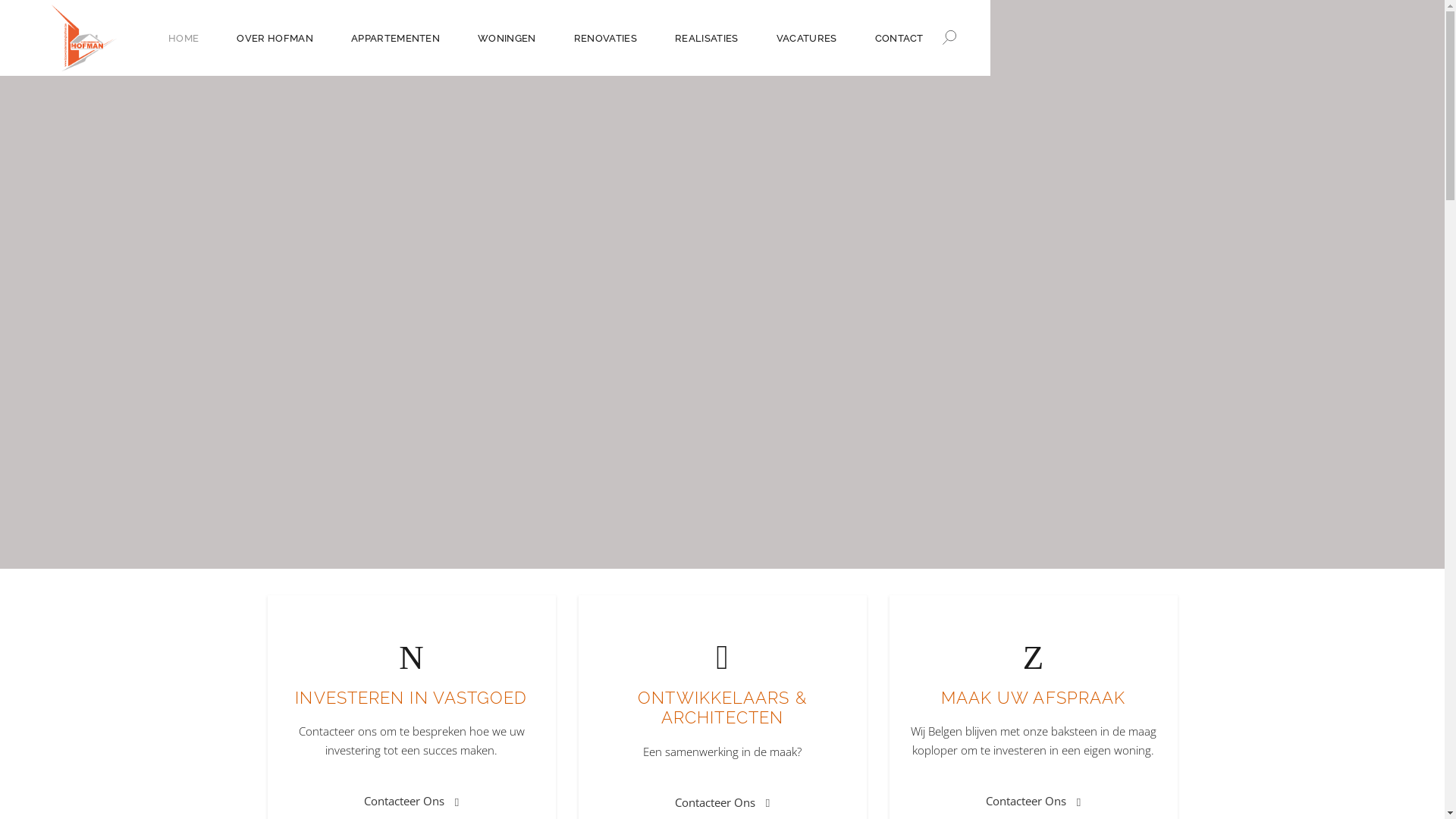 The image size is (1456, 819). I want to click on 'REALISATIES', so click(655, 36).